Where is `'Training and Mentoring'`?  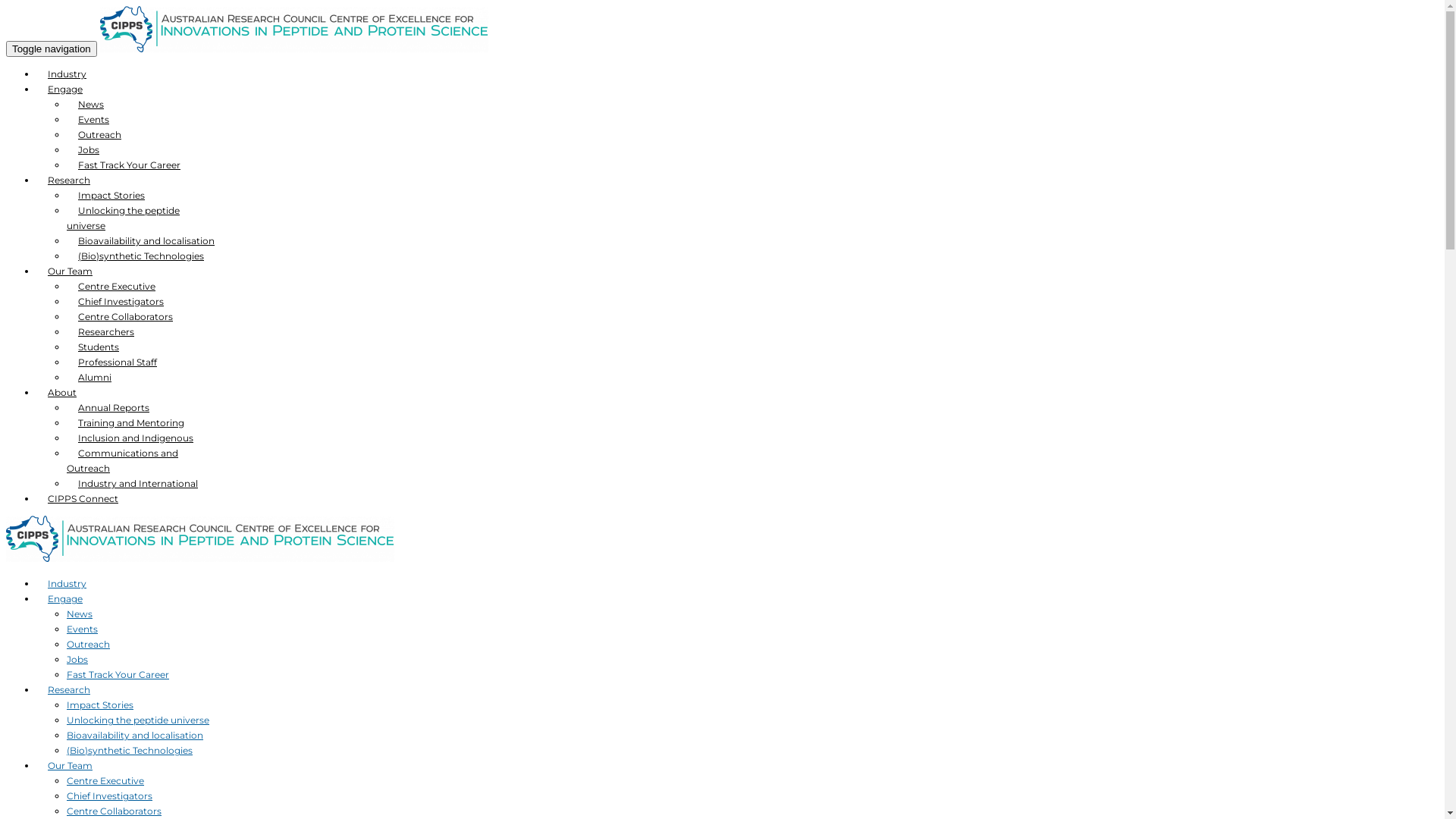 'Training and Mentoring' is located at coordinates (130, 422).